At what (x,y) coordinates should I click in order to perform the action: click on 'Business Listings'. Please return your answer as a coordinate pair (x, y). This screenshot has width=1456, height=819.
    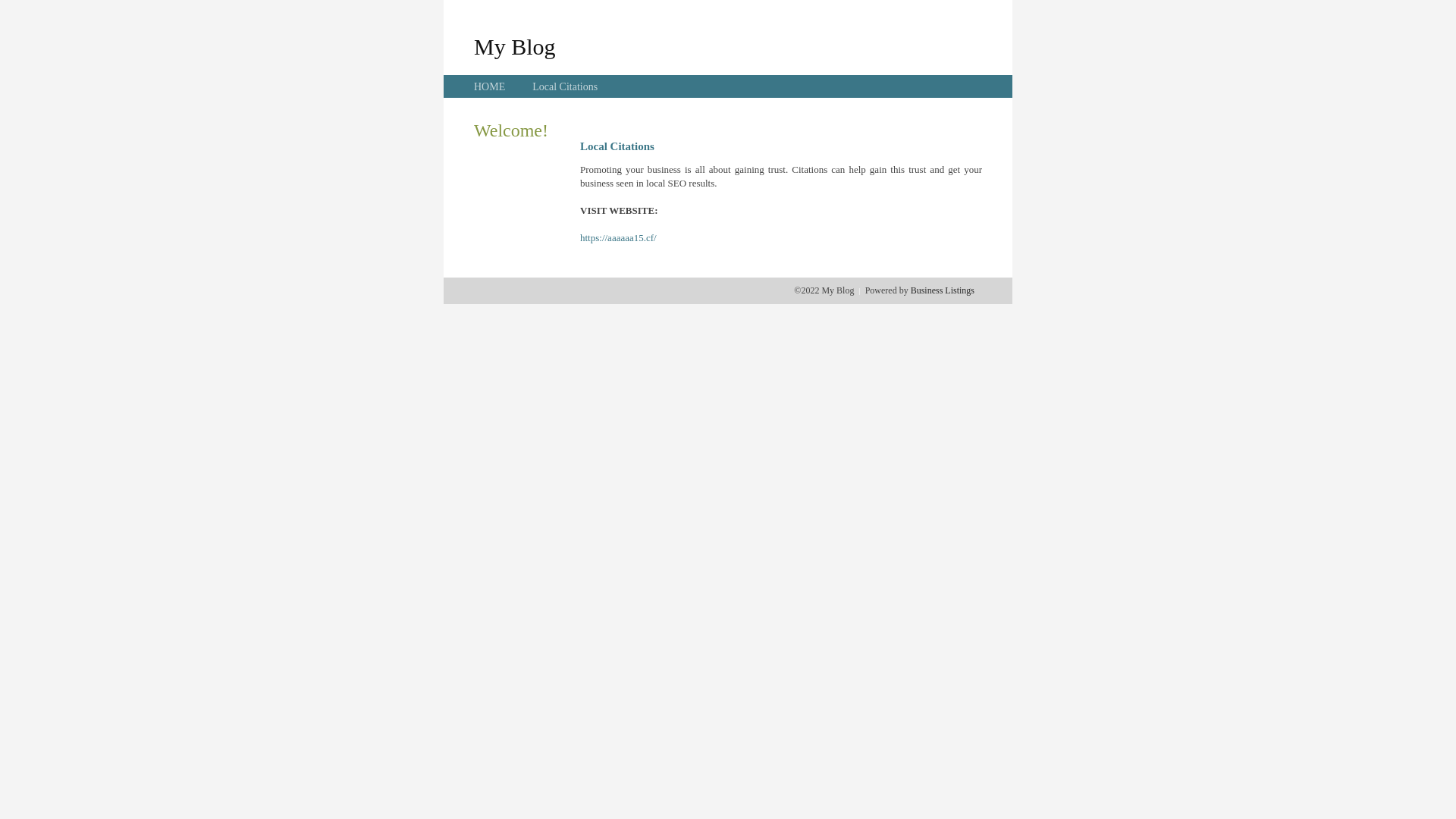
    Looking at the image, I should click on (942, 290).